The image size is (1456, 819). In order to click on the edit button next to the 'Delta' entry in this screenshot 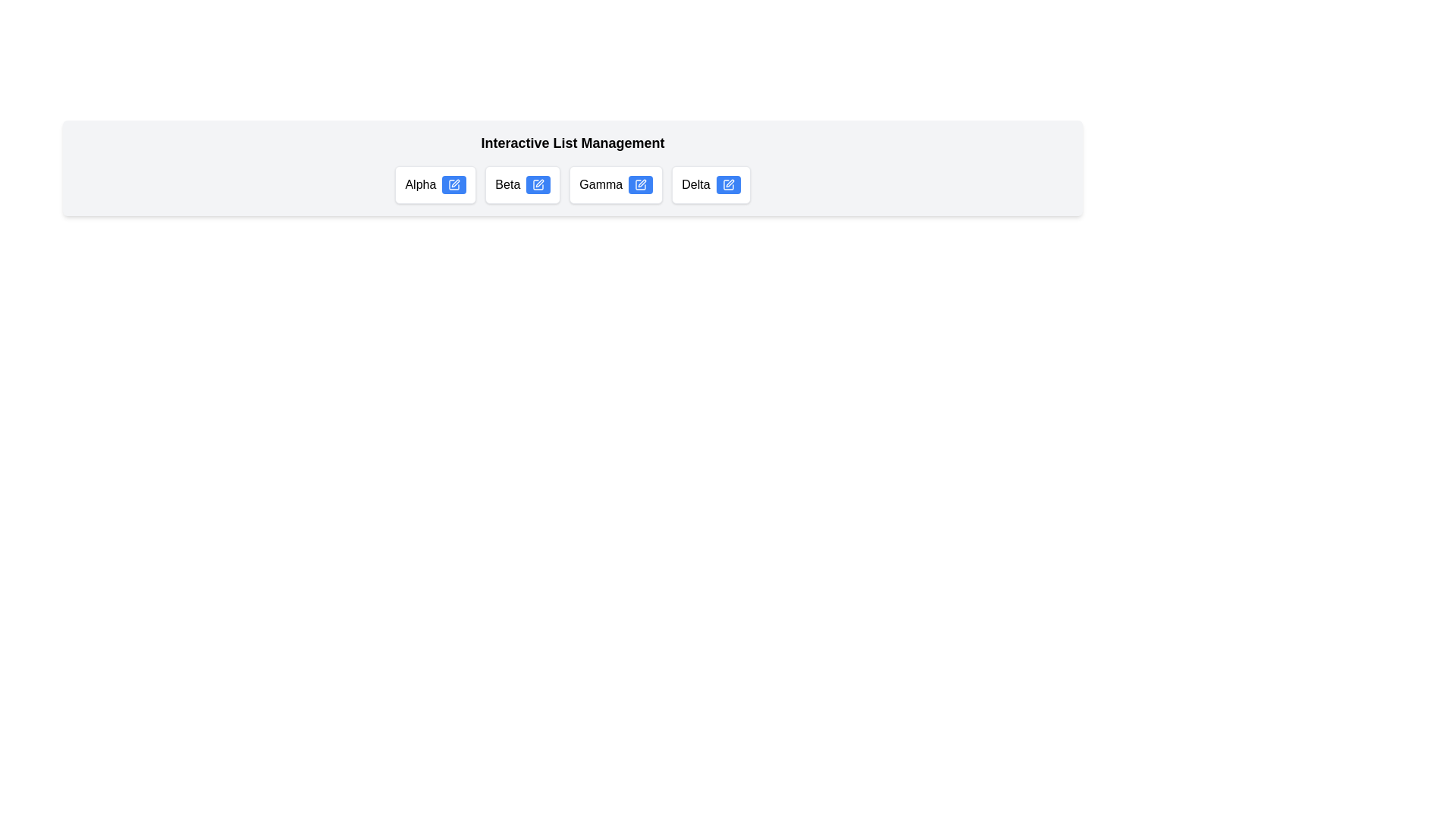, I will do `click(728, 184)`.